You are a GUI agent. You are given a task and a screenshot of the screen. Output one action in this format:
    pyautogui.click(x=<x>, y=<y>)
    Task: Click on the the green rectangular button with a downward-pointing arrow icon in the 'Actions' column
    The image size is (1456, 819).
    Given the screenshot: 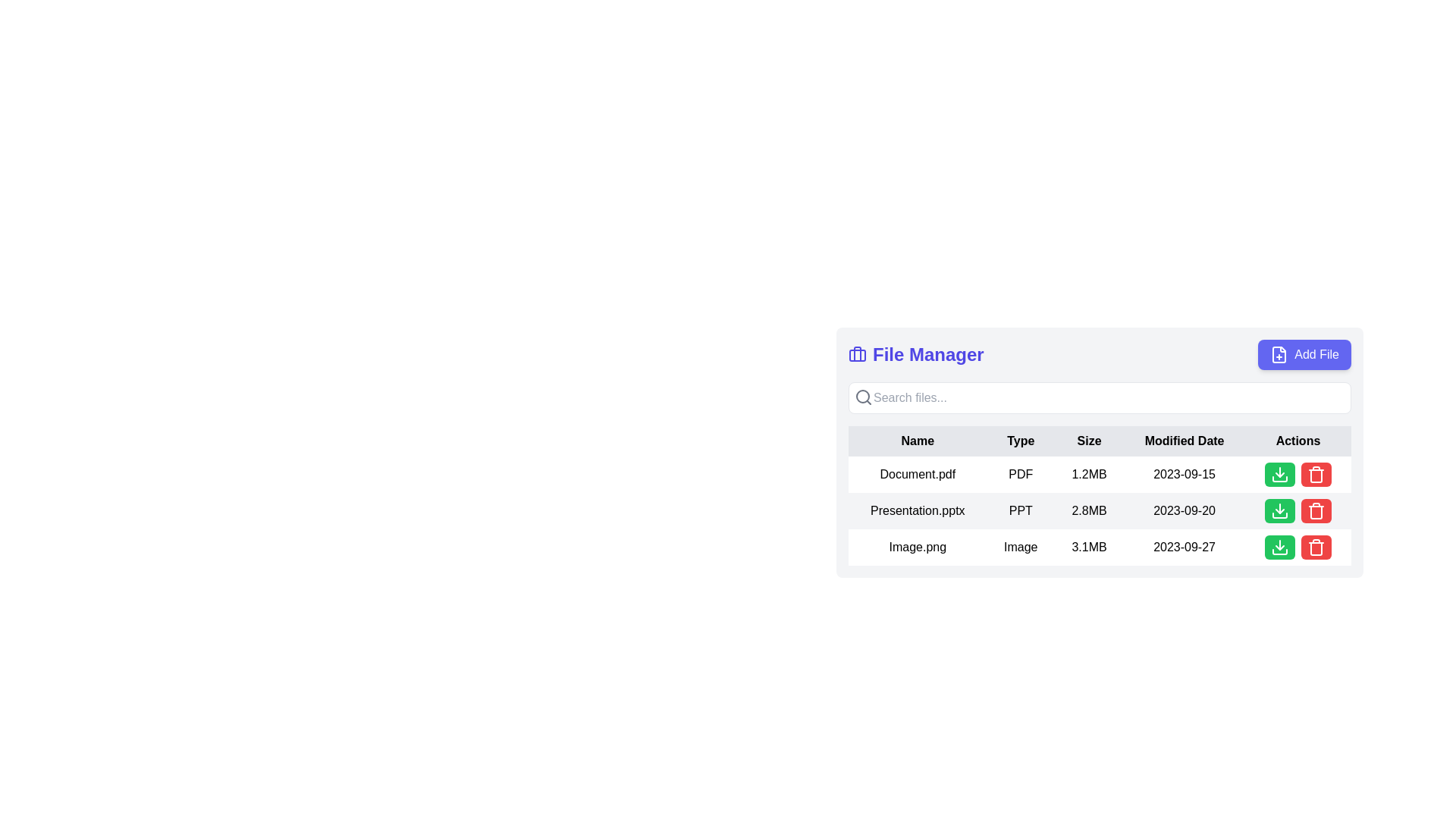 What is the action you would take?
    pyautogui.click(x=1279, y=547)
    